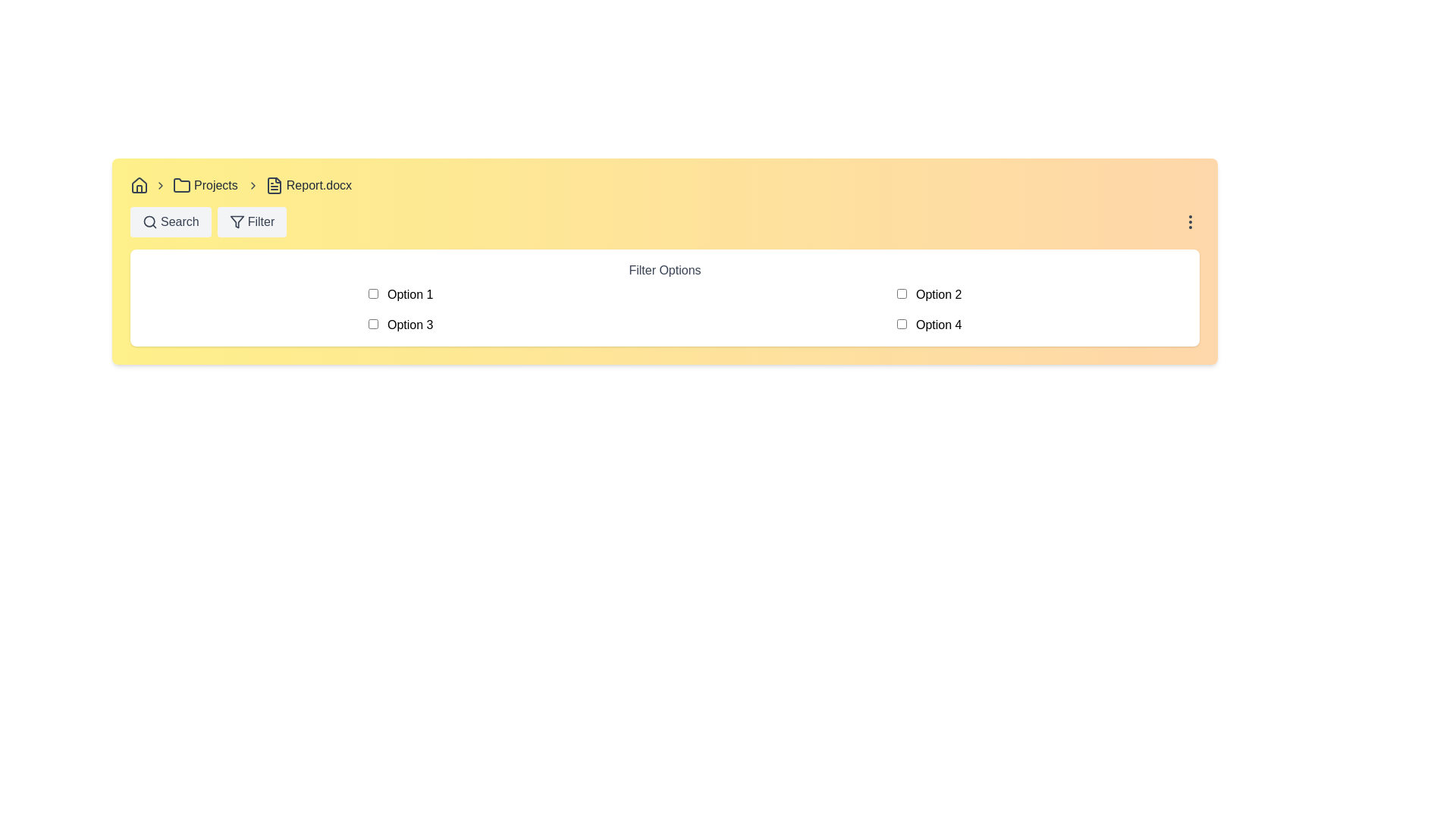 The image size is (1456, 819). What do you see at coordinates (928, 324) in the screenshot?
I see `the labeled checkbox with the text 'Option 4'` at bounding box center [928, 324].